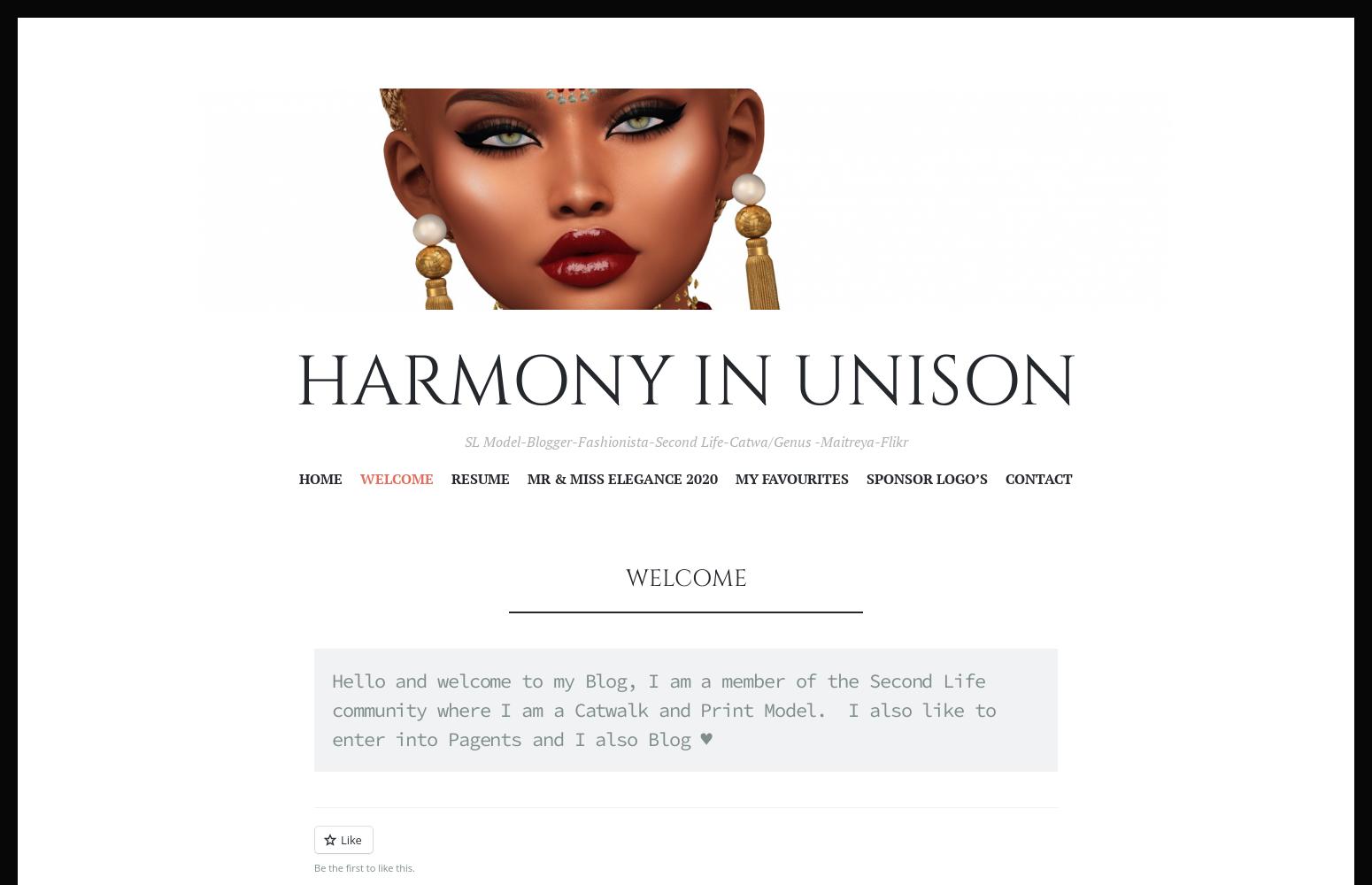  I want to click on 'My Favourites', so click(791, 479).